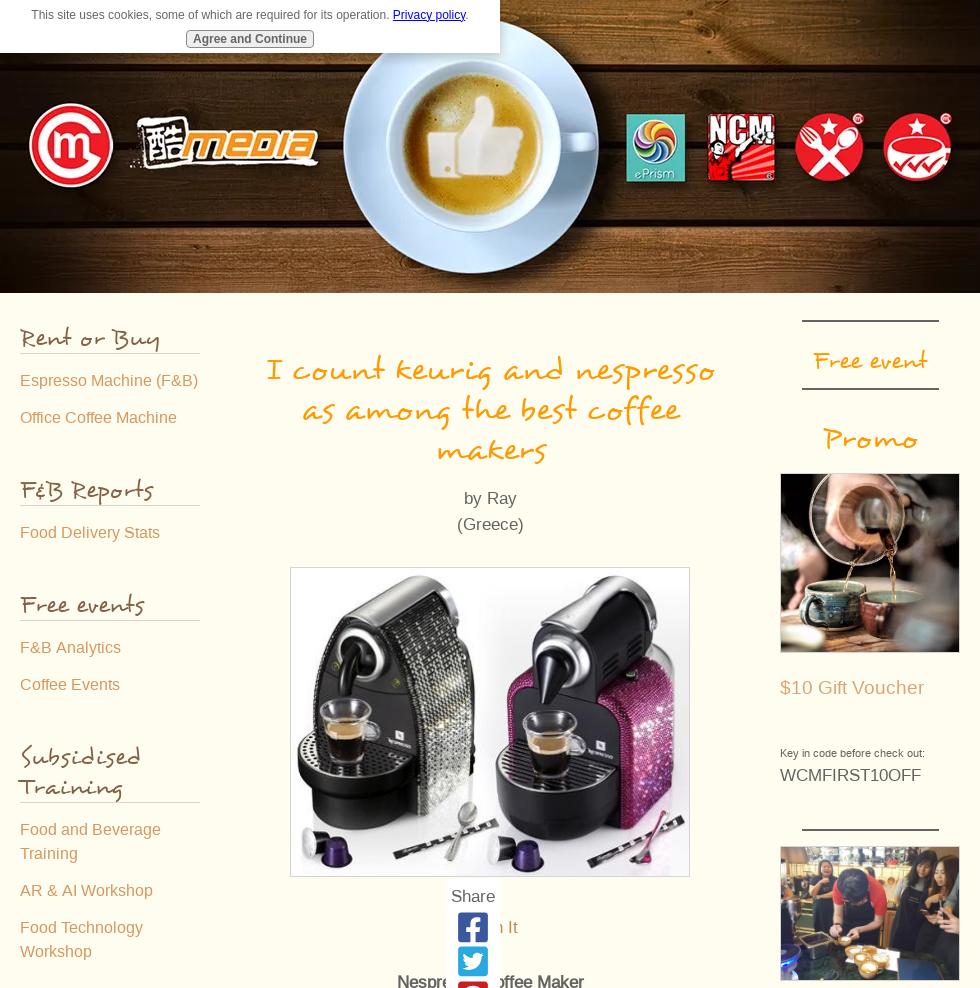  I want to click on 'AR & AI Workshop', so click(19, 889).